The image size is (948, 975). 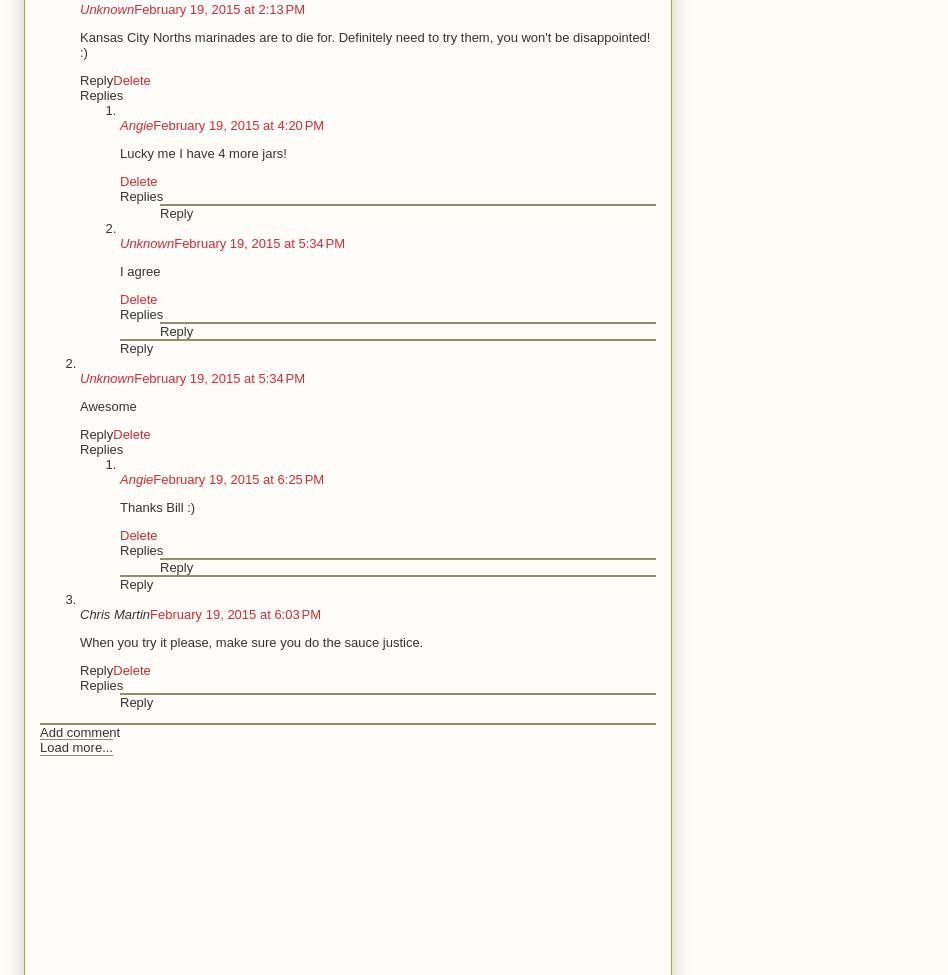 I want to click on 'February 19, 2015 at 2:13 PM', so click(x=218, y=9).